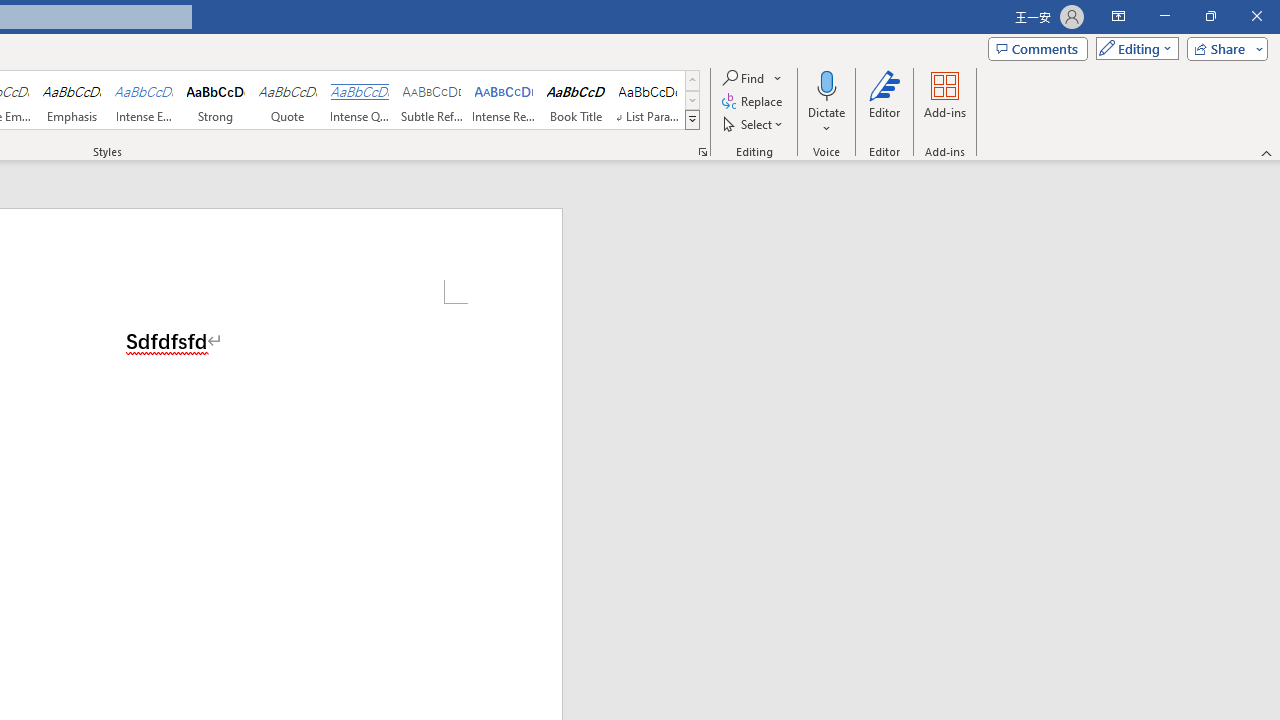  Describe the element at coordinates (287, 100) in the screenshot. I see `'Quote'` at that location.